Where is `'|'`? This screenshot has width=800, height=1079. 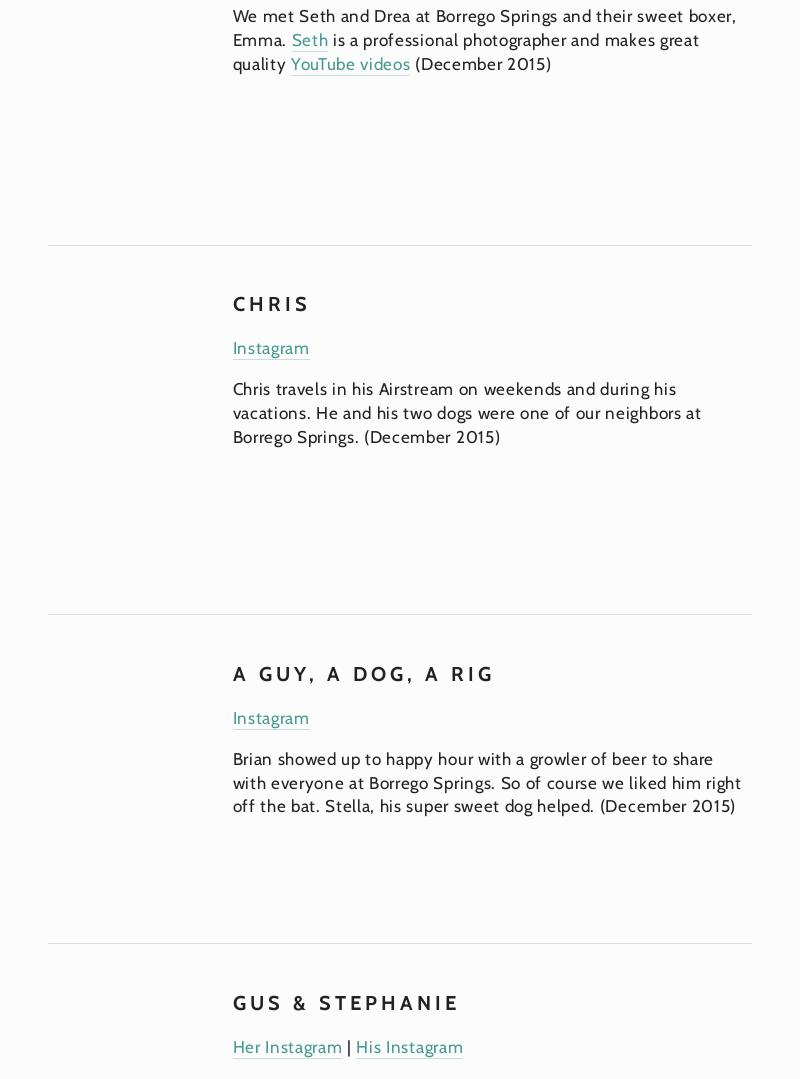
'|' is located at coordinates (349, 1044).